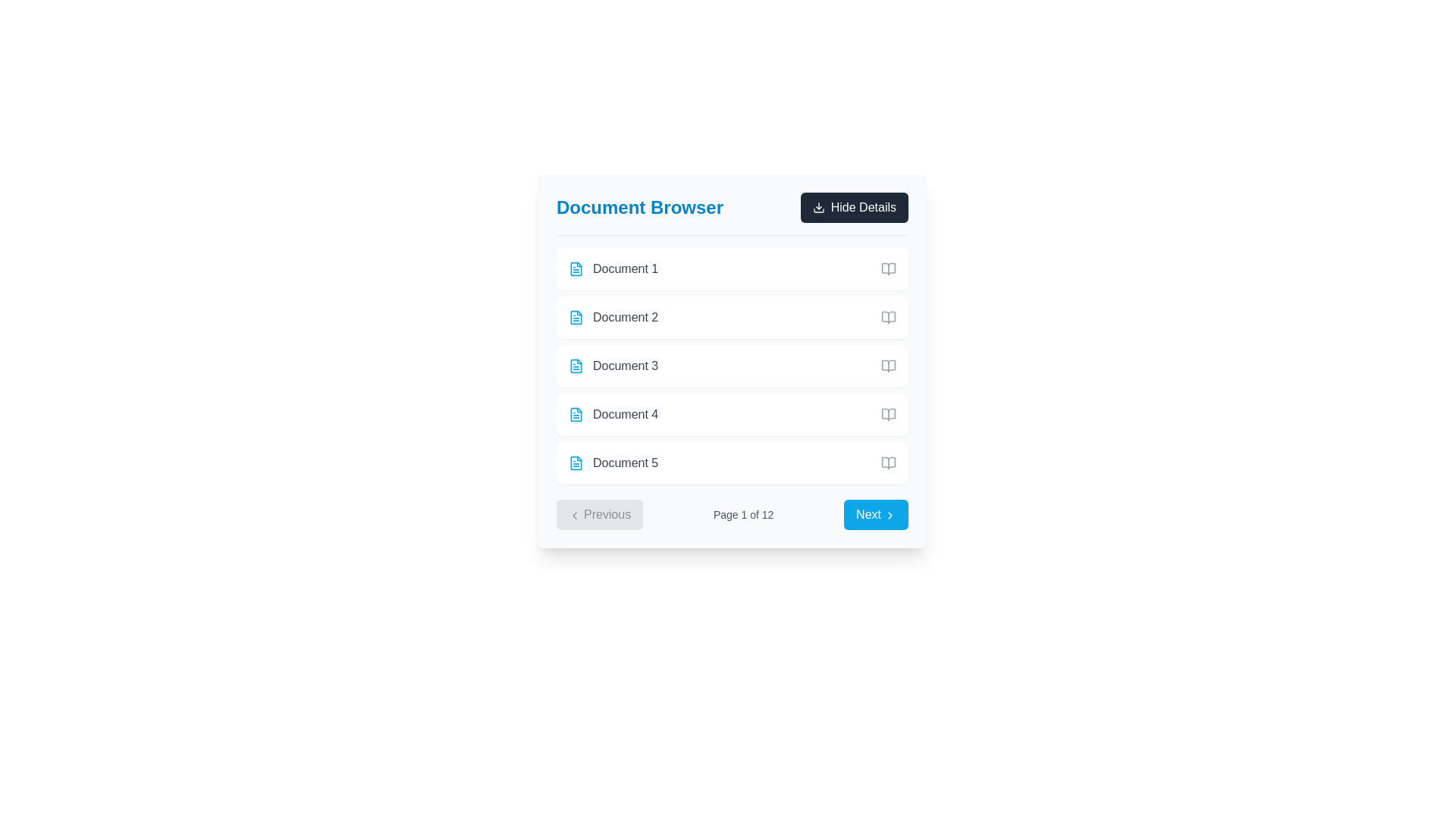  Describe the element at coordinates (575, 317) in the screenshot. I see `the icon representing the document associated with 'Document 2', which is positioned to the left of the 'Document 2' text in the second row of the Document Browser list` at that location.